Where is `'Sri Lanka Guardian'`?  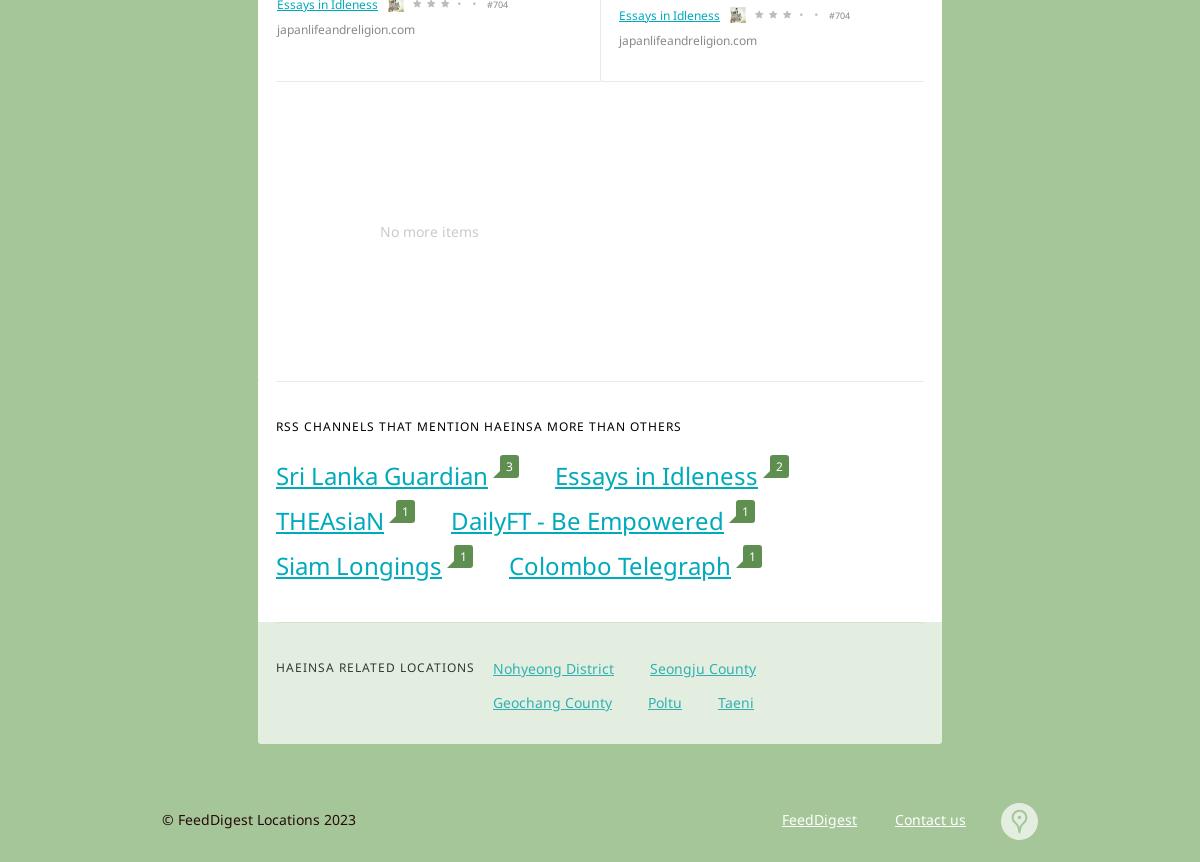 'Sri Lanka Guardian' is located at coordinates (275, 475).